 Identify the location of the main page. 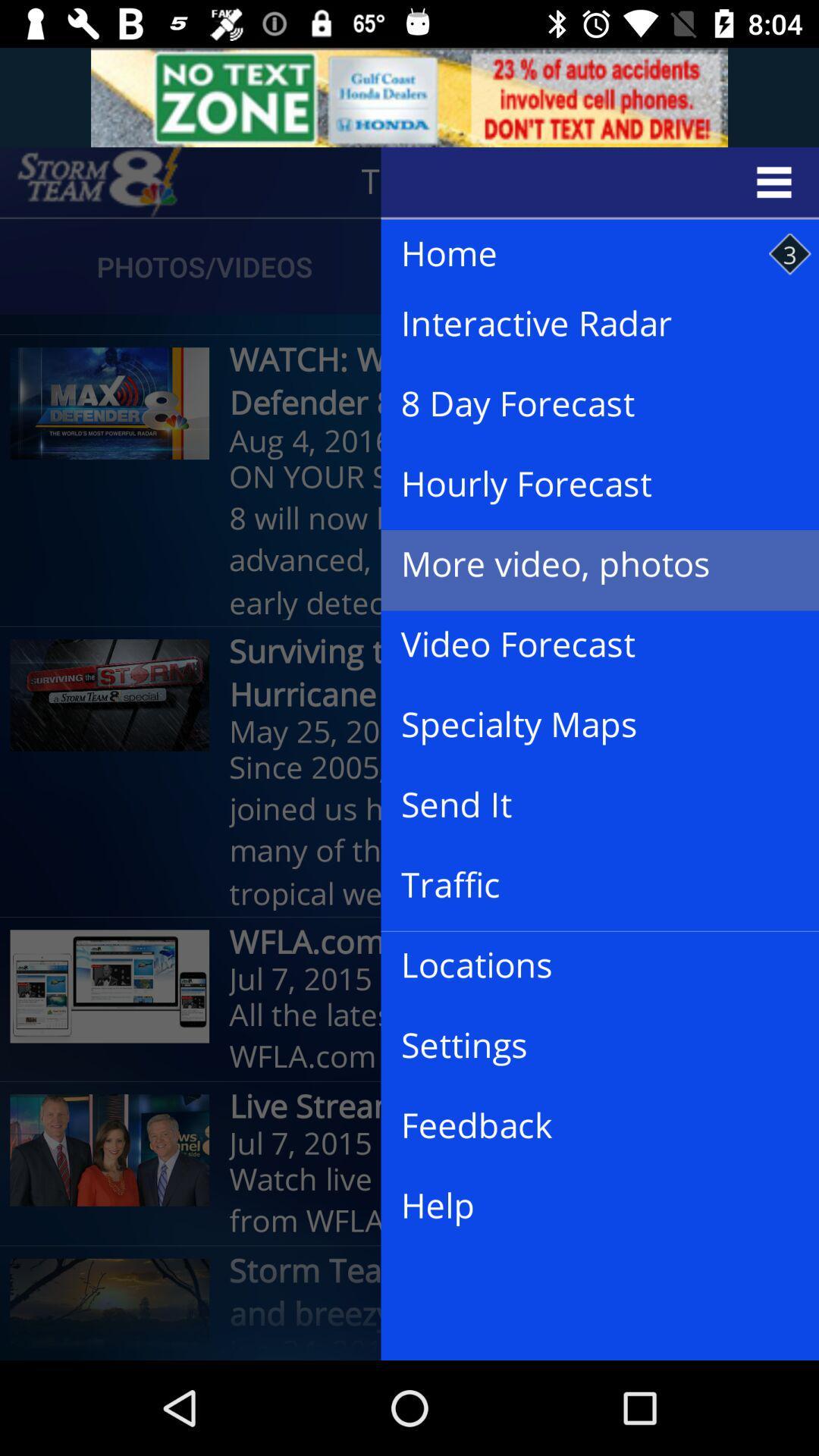
(99, 182).